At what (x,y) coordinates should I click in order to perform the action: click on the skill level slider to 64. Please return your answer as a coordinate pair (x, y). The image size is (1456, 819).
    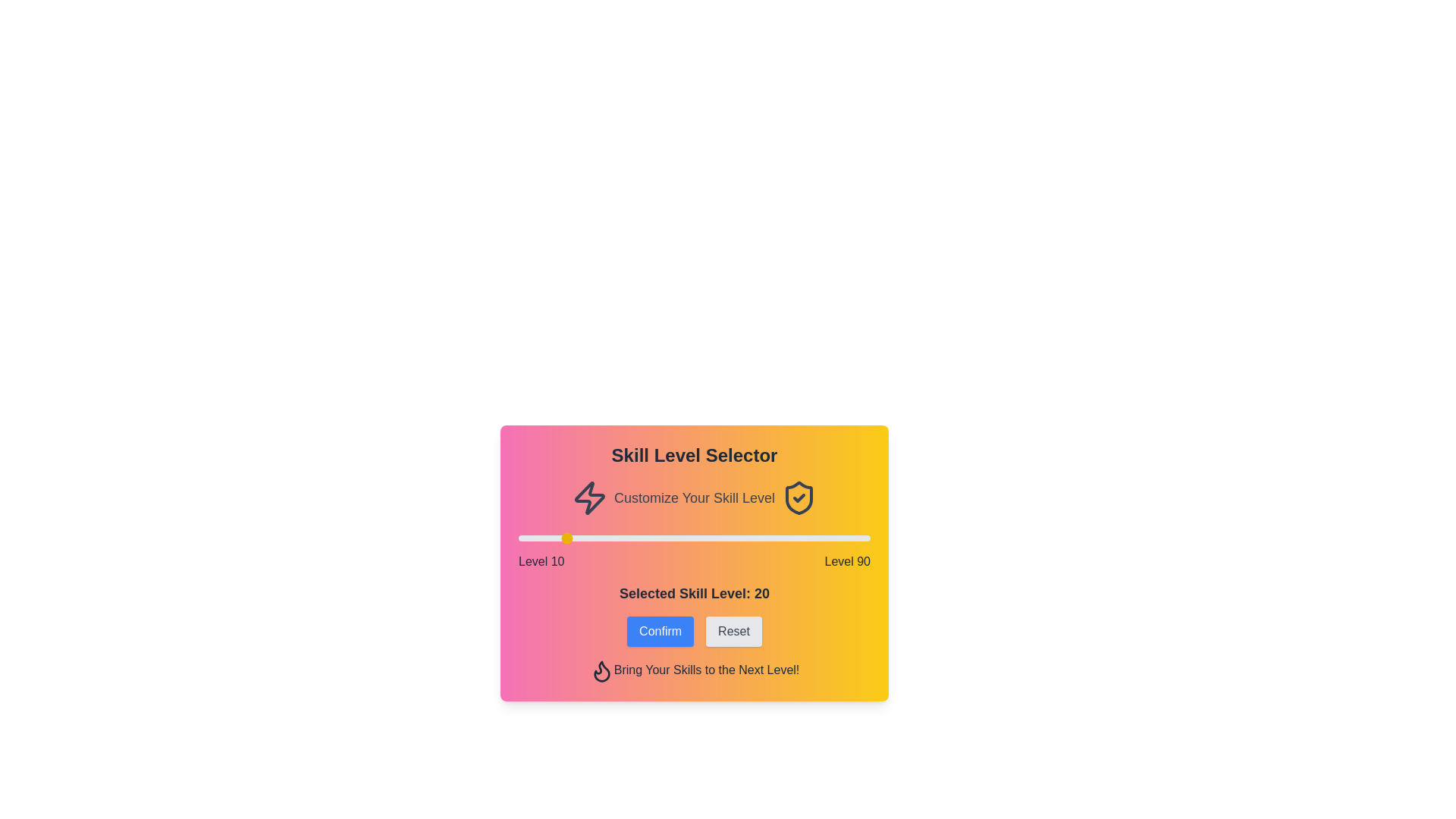
    Looking at the image, I should click on (756, 537).